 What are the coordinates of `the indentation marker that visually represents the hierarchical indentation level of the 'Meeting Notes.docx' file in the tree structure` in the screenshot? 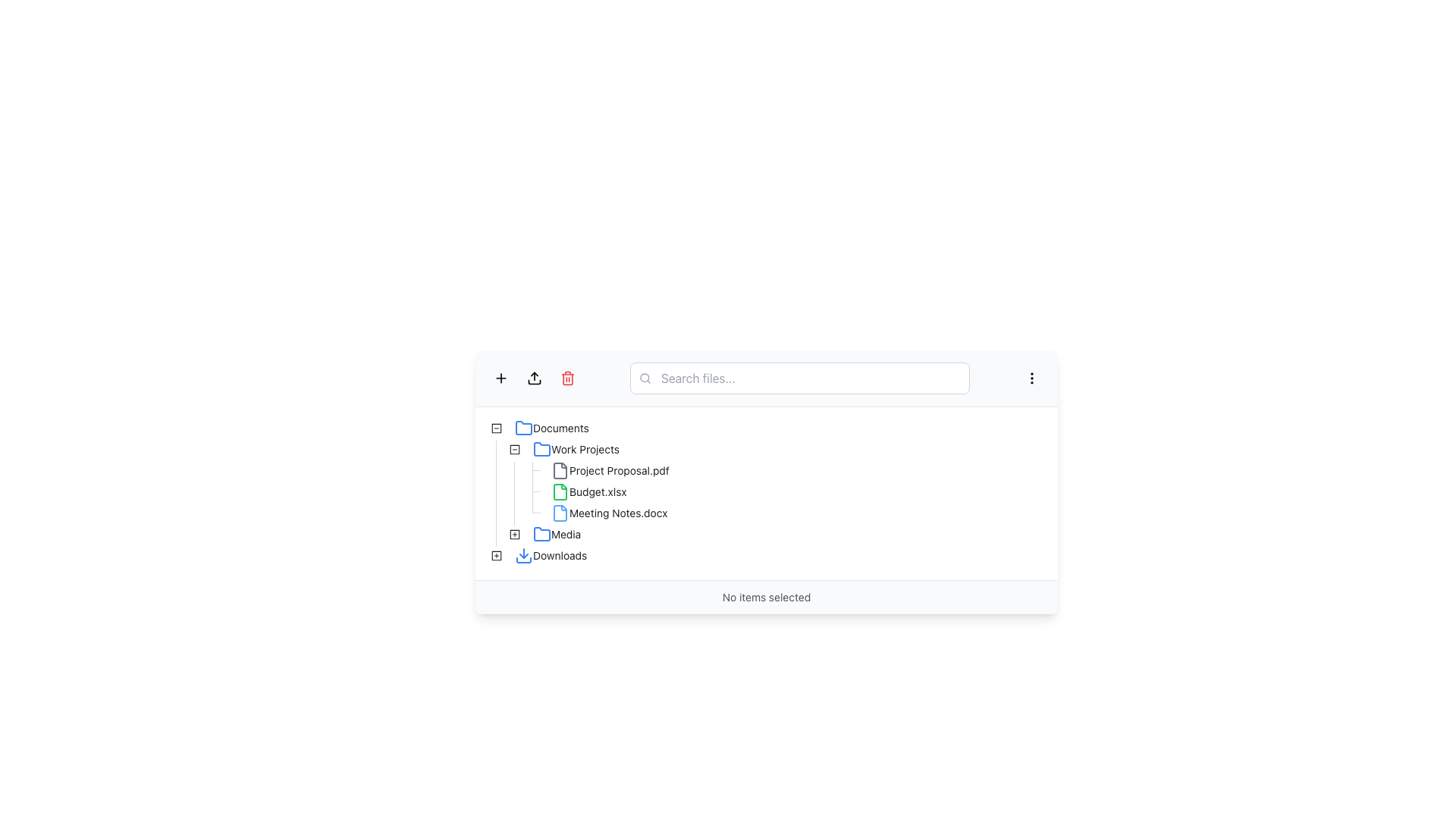 It's located at (506, 513).